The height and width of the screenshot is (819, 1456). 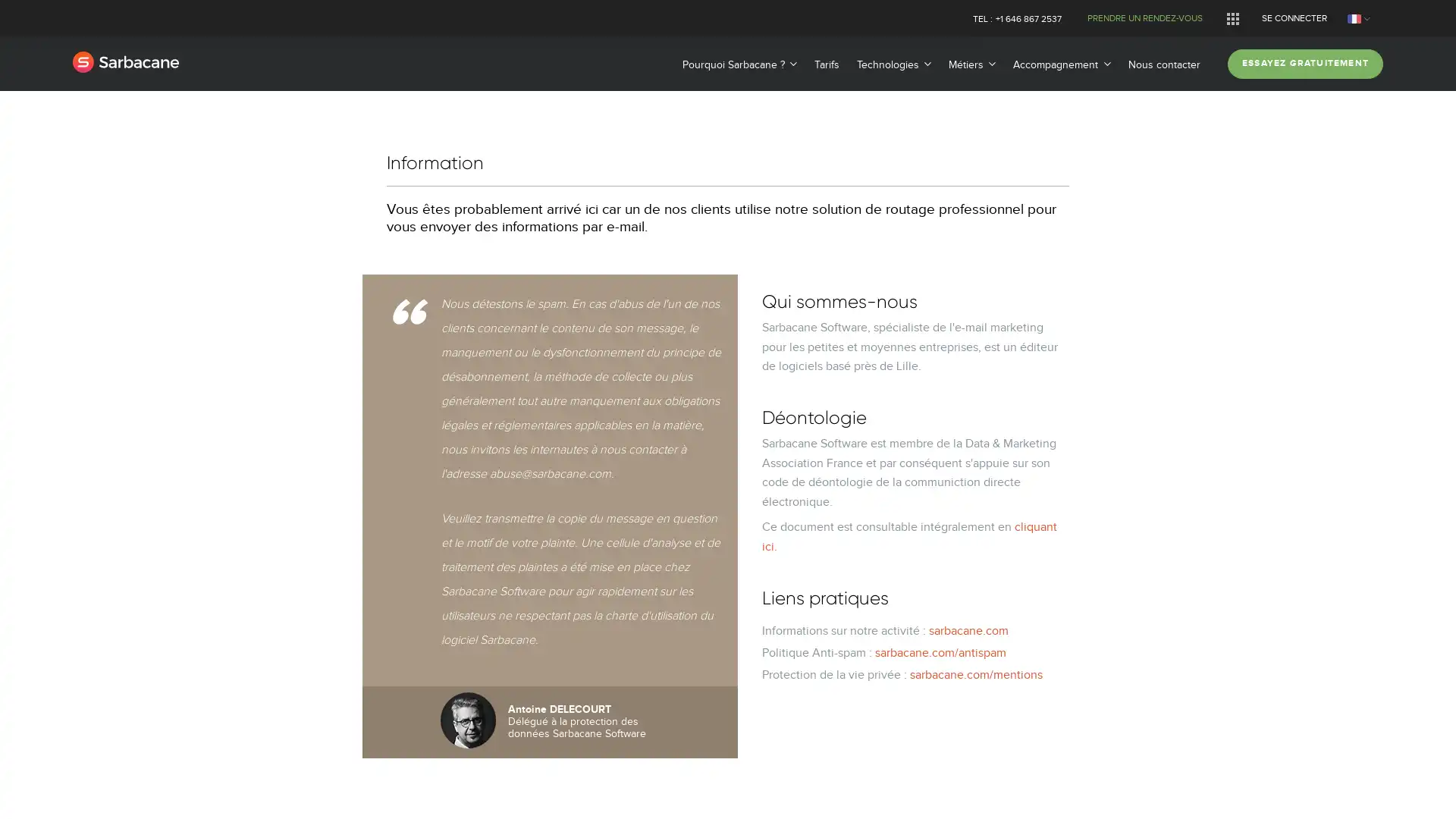 I want to click on Consentements certifies par, so click(x=726, y=486).